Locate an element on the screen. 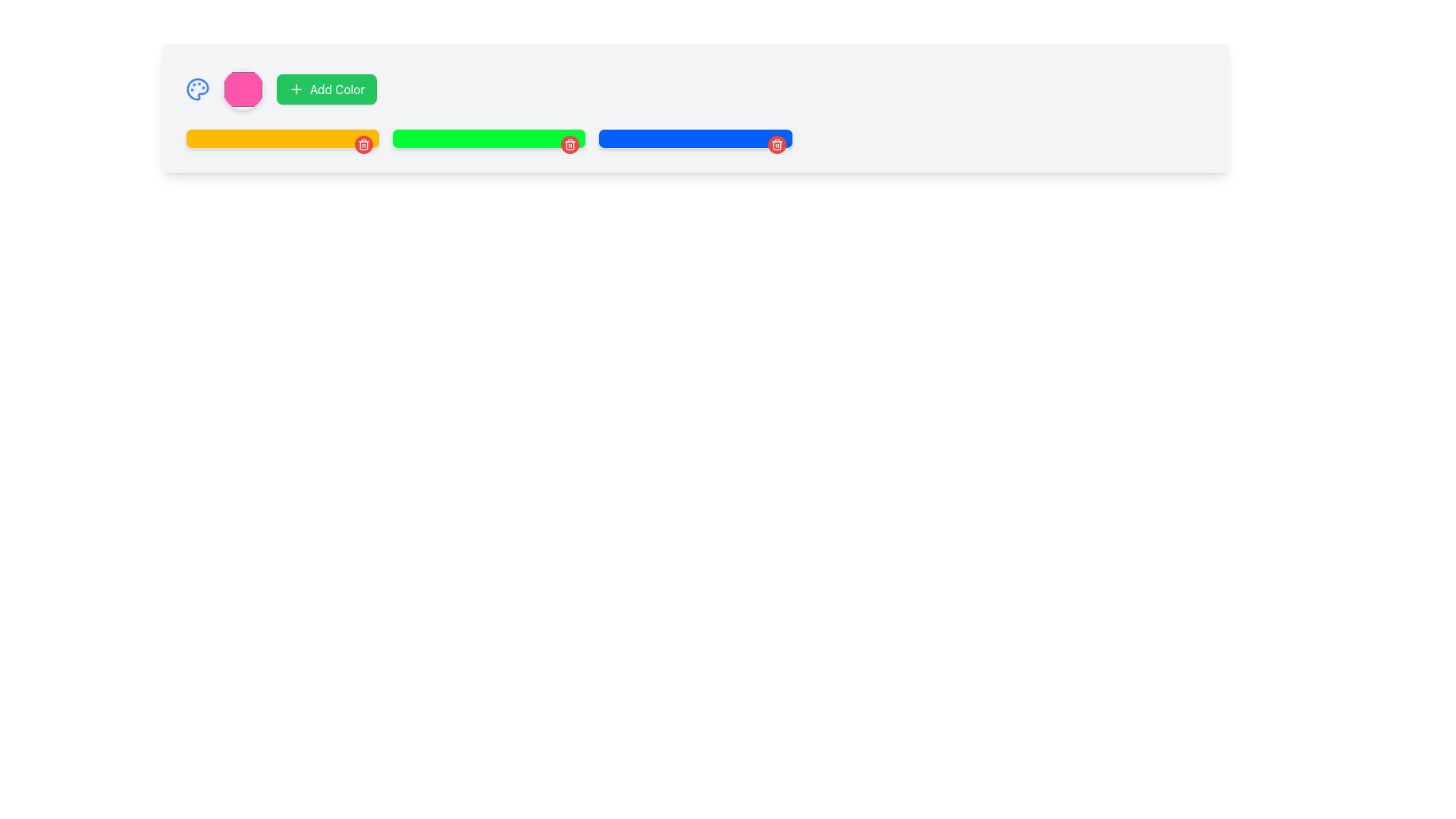 The width and height of the screenshot is (1456, 819). the first colored block in the UI grid, which is positioned to the left of a green rectangle and a blue rectangle is located at coordinates (283, 138).